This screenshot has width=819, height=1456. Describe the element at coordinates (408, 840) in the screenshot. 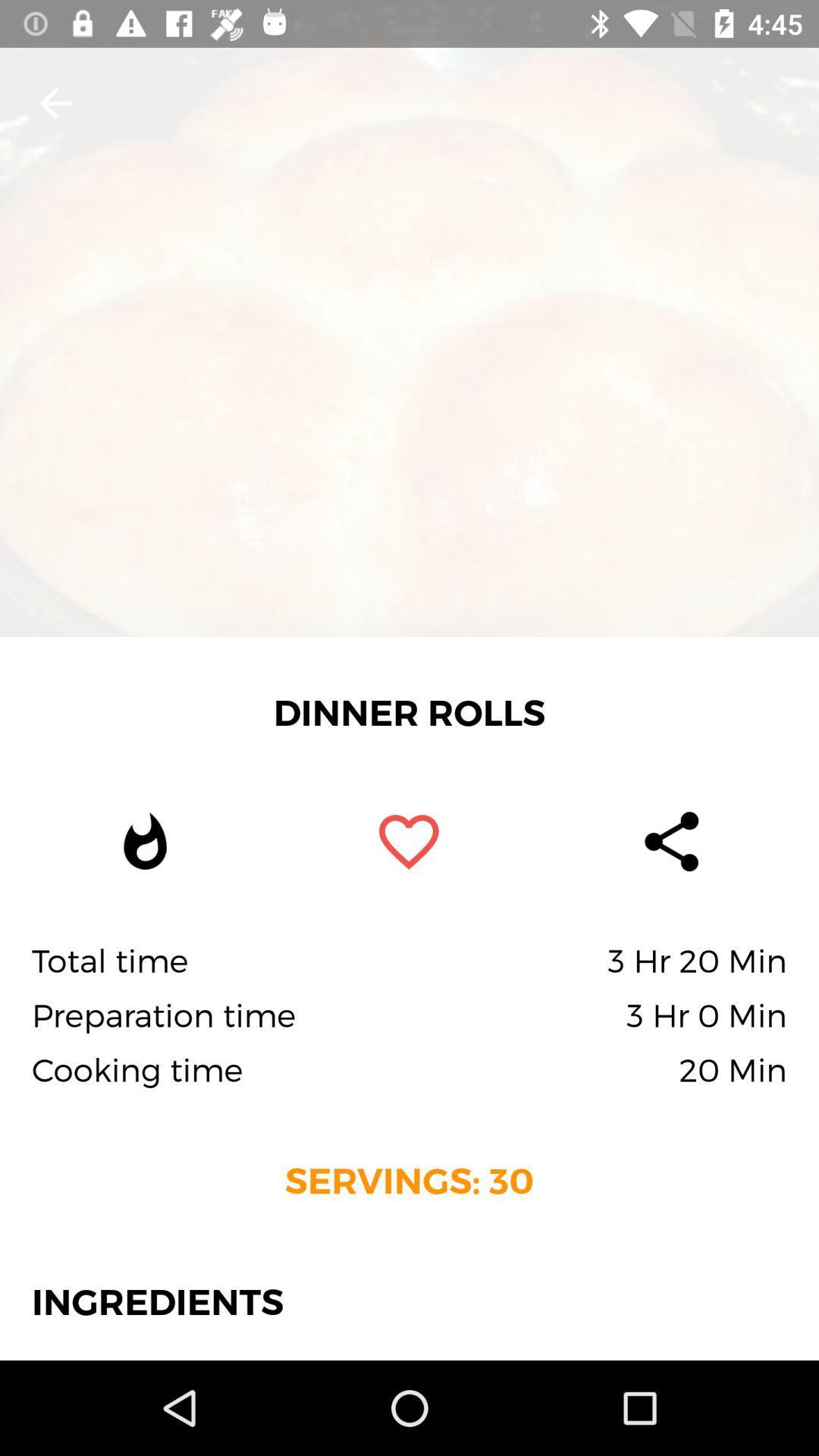

I see `the favourites icon` at that location.